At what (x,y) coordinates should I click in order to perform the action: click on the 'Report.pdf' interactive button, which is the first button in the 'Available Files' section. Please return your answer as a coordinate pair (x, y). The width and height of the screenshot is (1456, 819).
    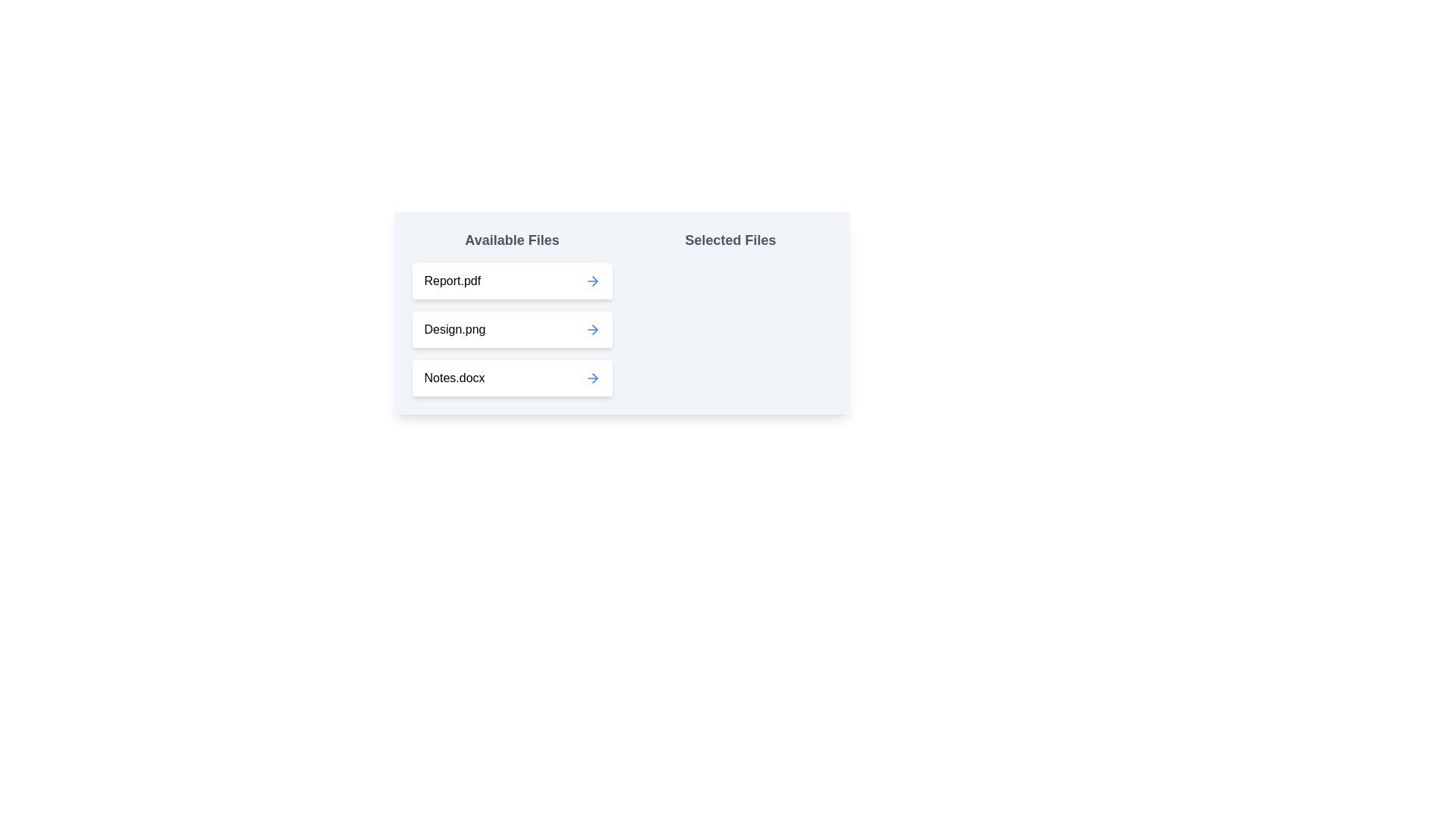
    Looking at the image, I should click on (512, 281).